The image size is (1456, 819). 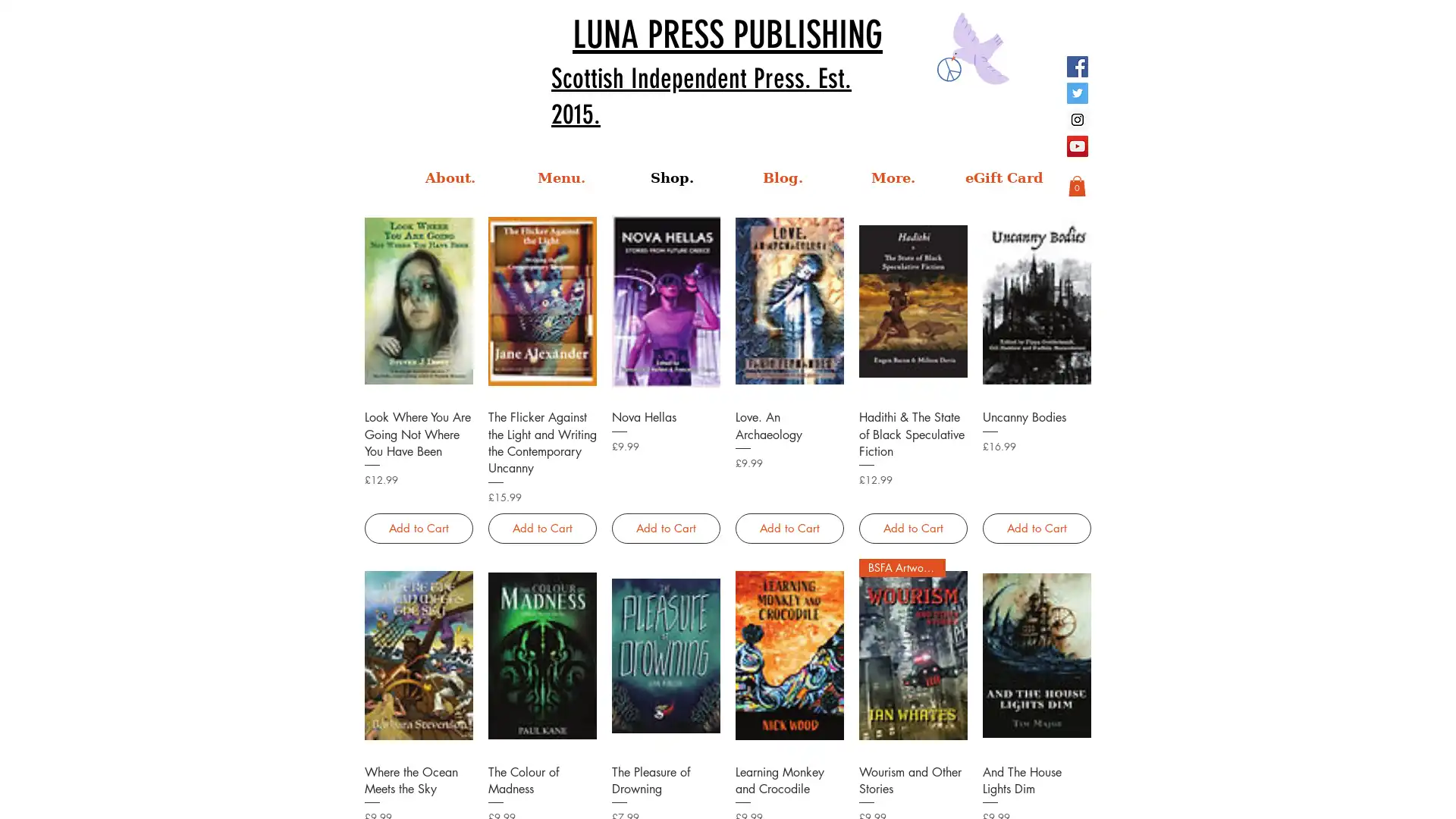 What do you see at coordinates (912, 416) in the screenshot?
I see `Quick View` at bounding box center [912, 416].